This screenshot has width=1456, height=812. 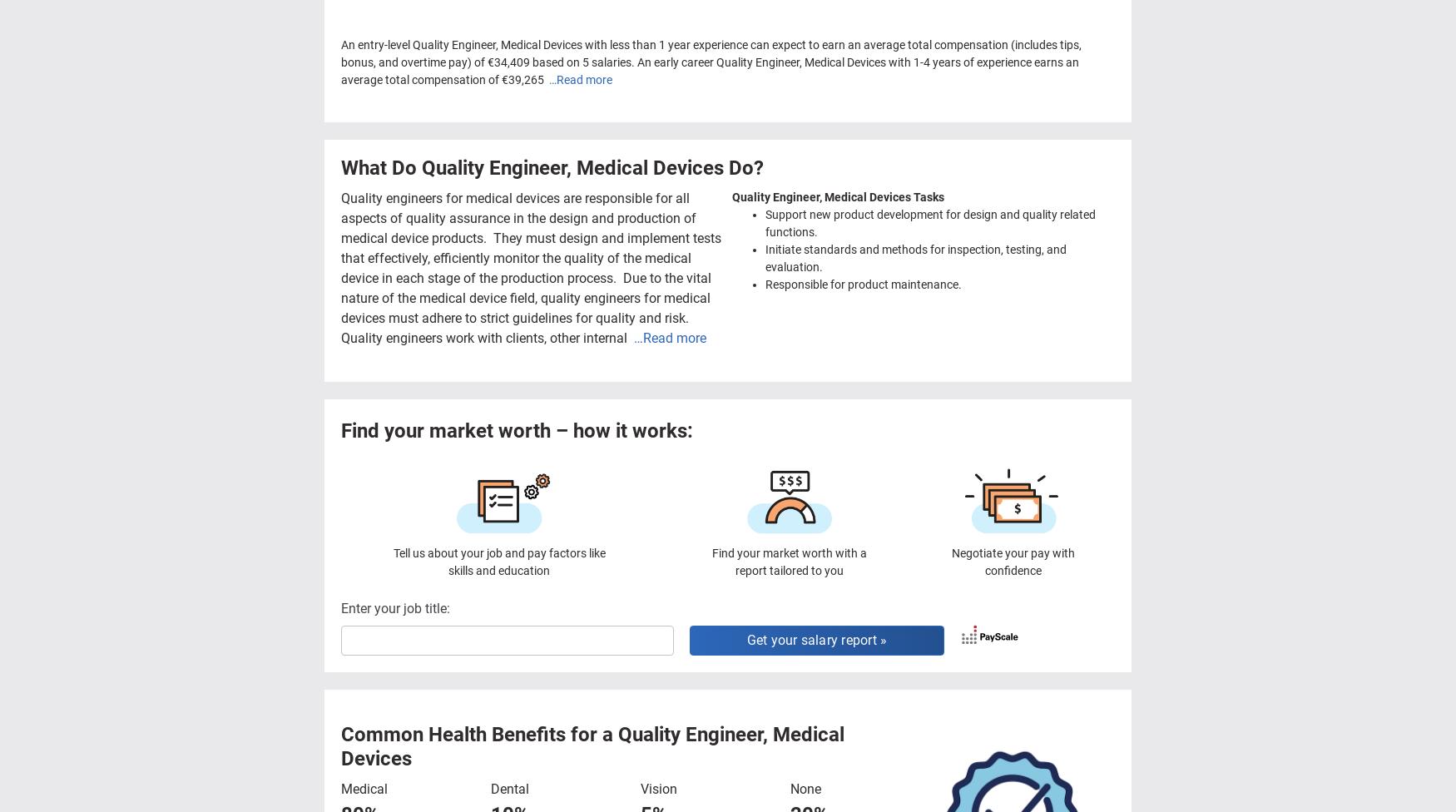 I want to click on 'Support new product development for design and quality related functions.', so click(x=930, y=222).